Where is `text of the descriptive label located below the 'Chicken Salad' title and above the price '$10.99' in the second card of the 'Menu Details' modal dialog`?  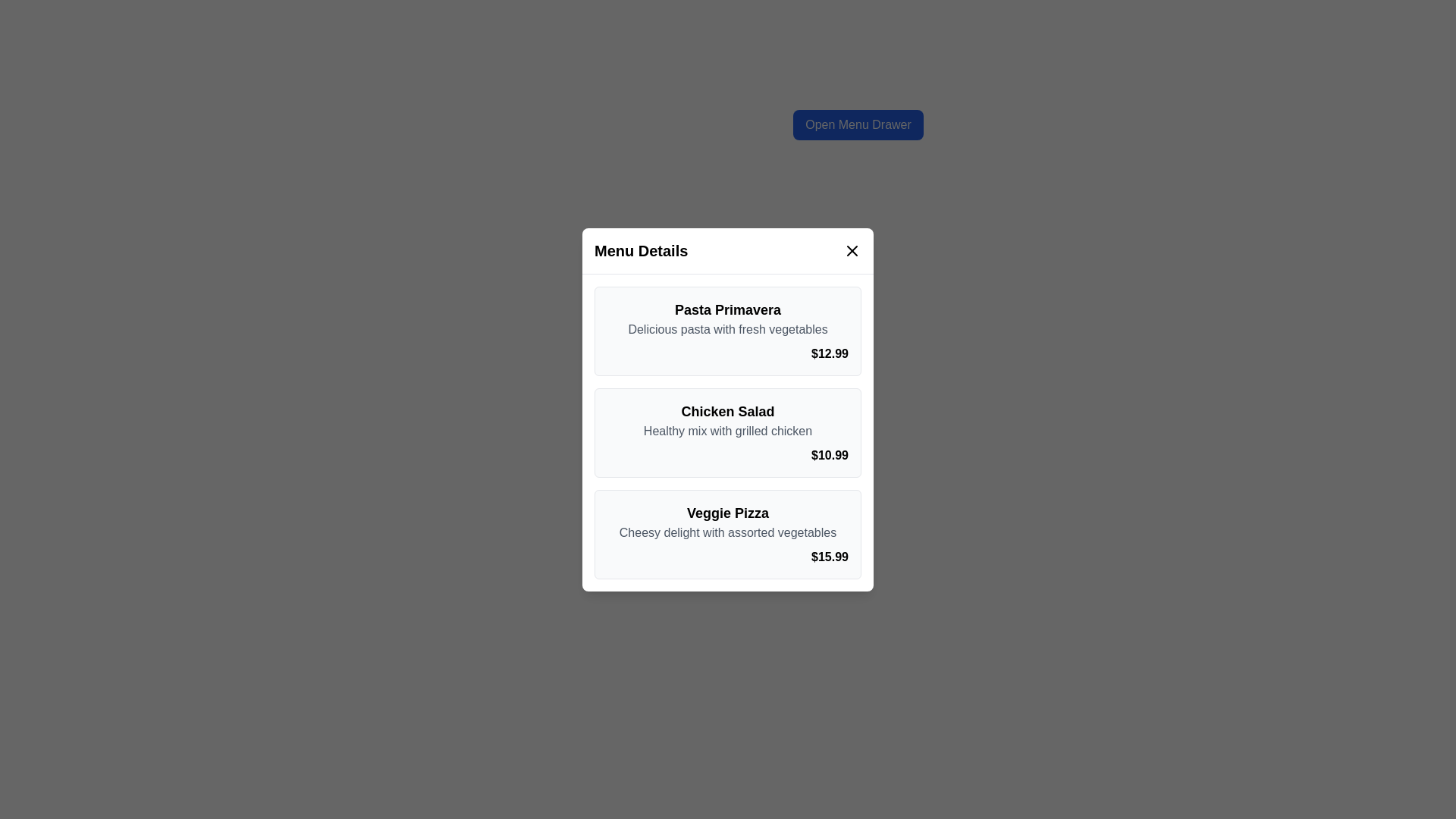
text of the descriptive label located below the 'Chicken Salad' title and above the price '$10.99' in the second card of the 'Menu Details' modal dialog is located at coordinates (728, 431).